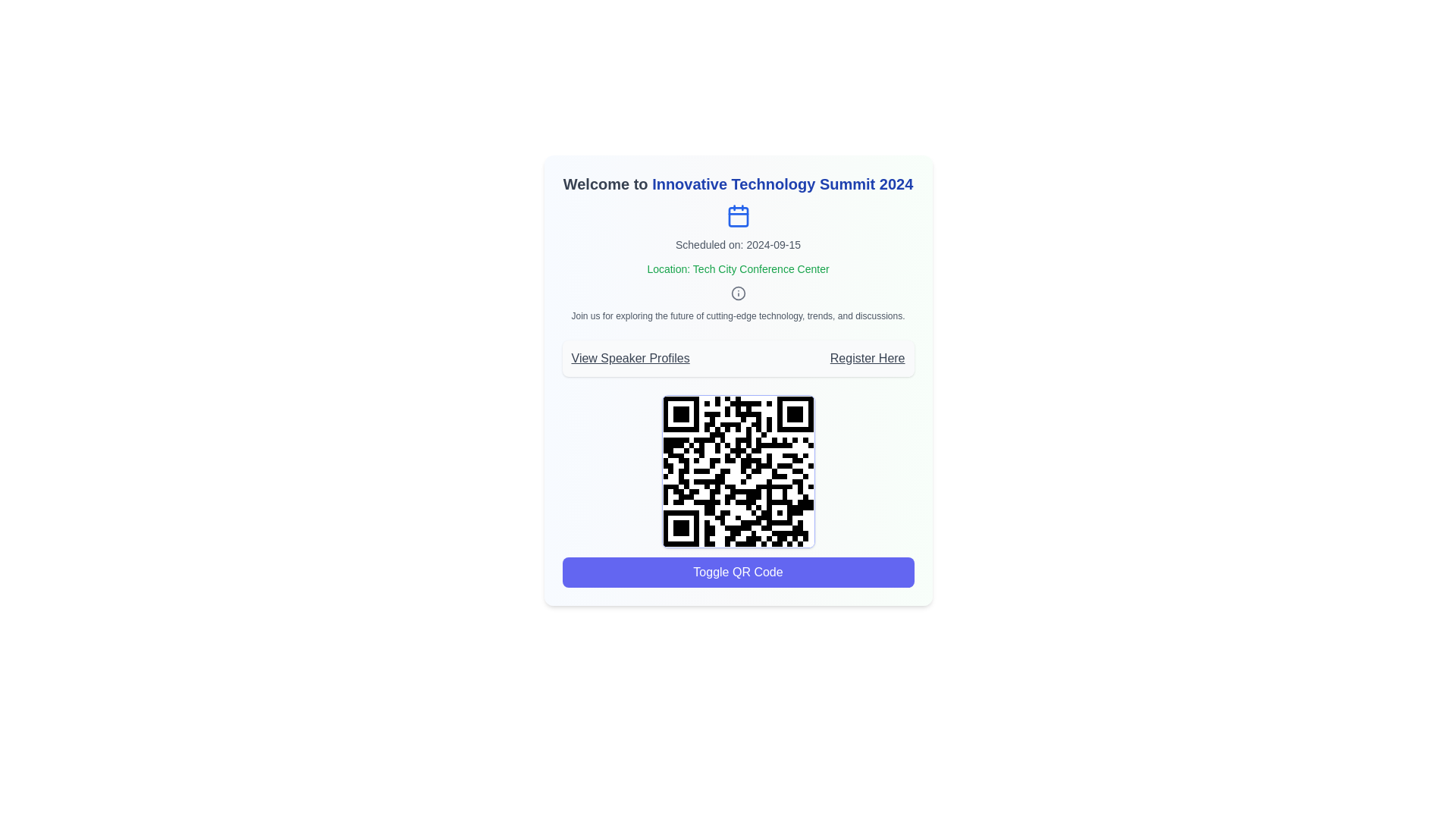 The width and height of the screenshot is (1456, 819). I want to click on the small, circular gray icon with a centered dot, so click(738, 293).